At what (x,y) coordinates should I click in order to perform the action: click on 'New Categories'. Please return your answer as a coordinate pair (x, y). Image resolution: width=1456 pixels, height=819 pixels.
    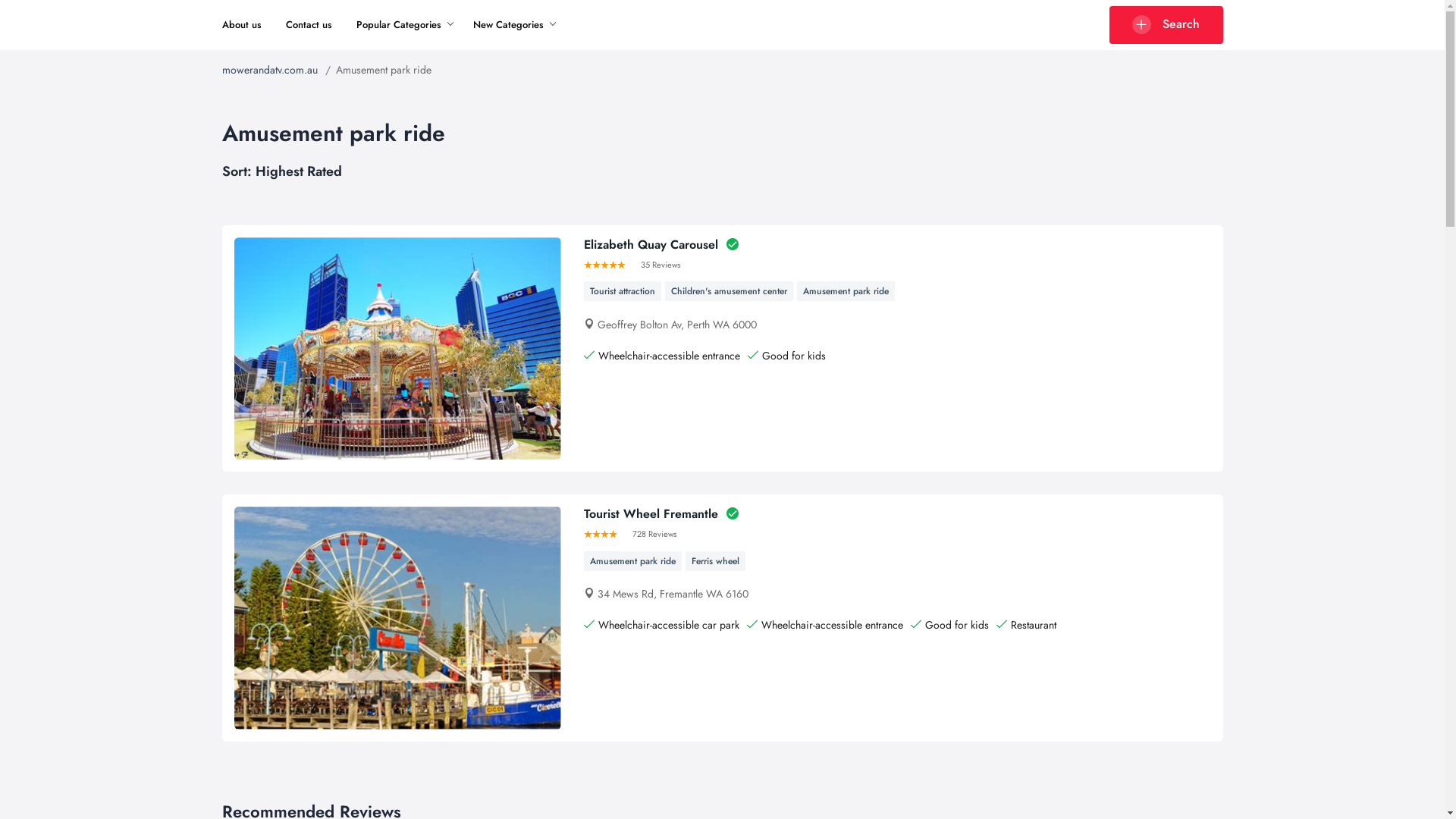
    Looking at the image, I should click on (472, 24).